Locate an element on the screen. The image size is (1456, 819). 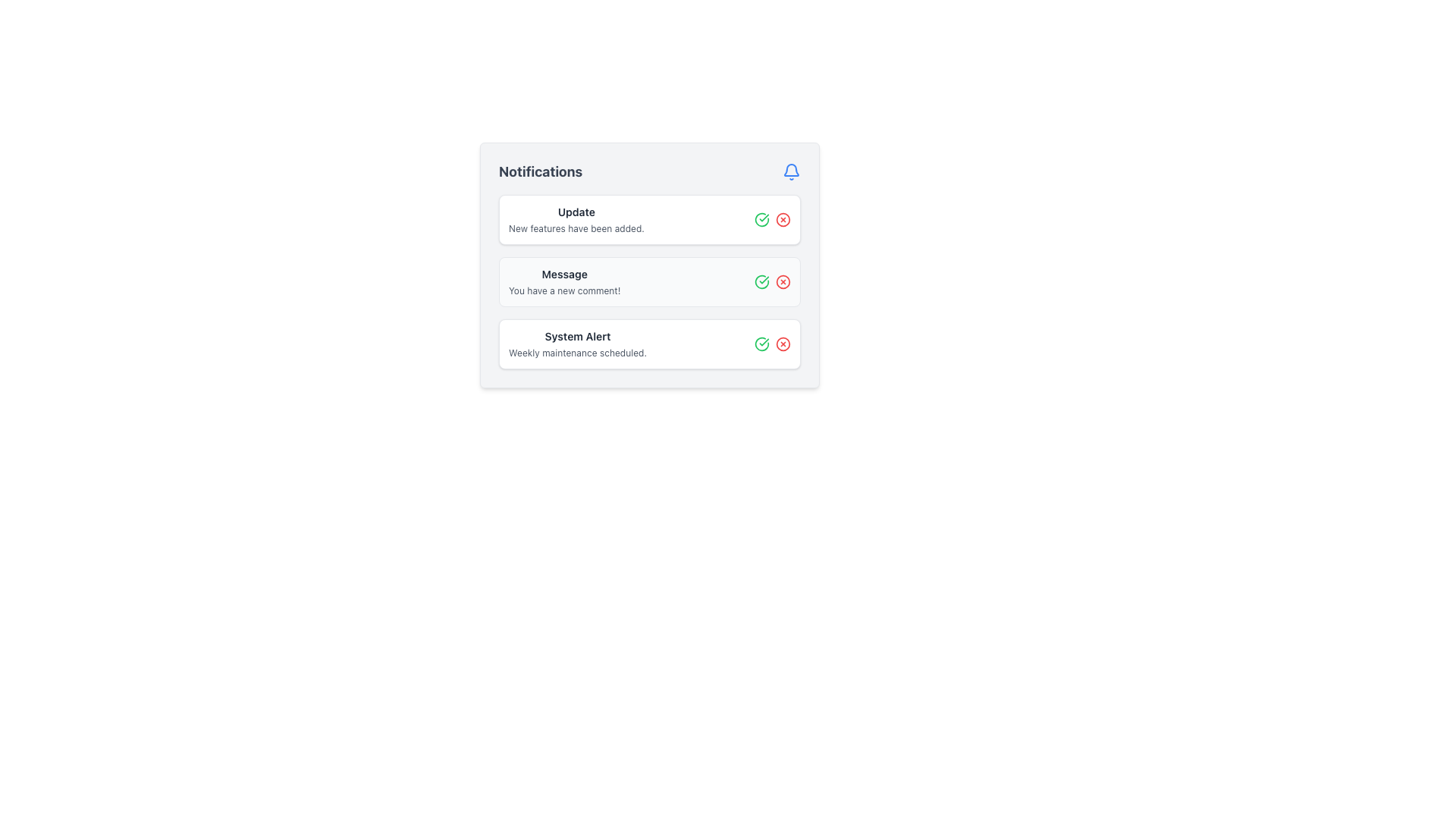
the leftmost button icon in the top notification card within the 'Notifications' section to confirm or approve the action is located at coordinates (761, 219).